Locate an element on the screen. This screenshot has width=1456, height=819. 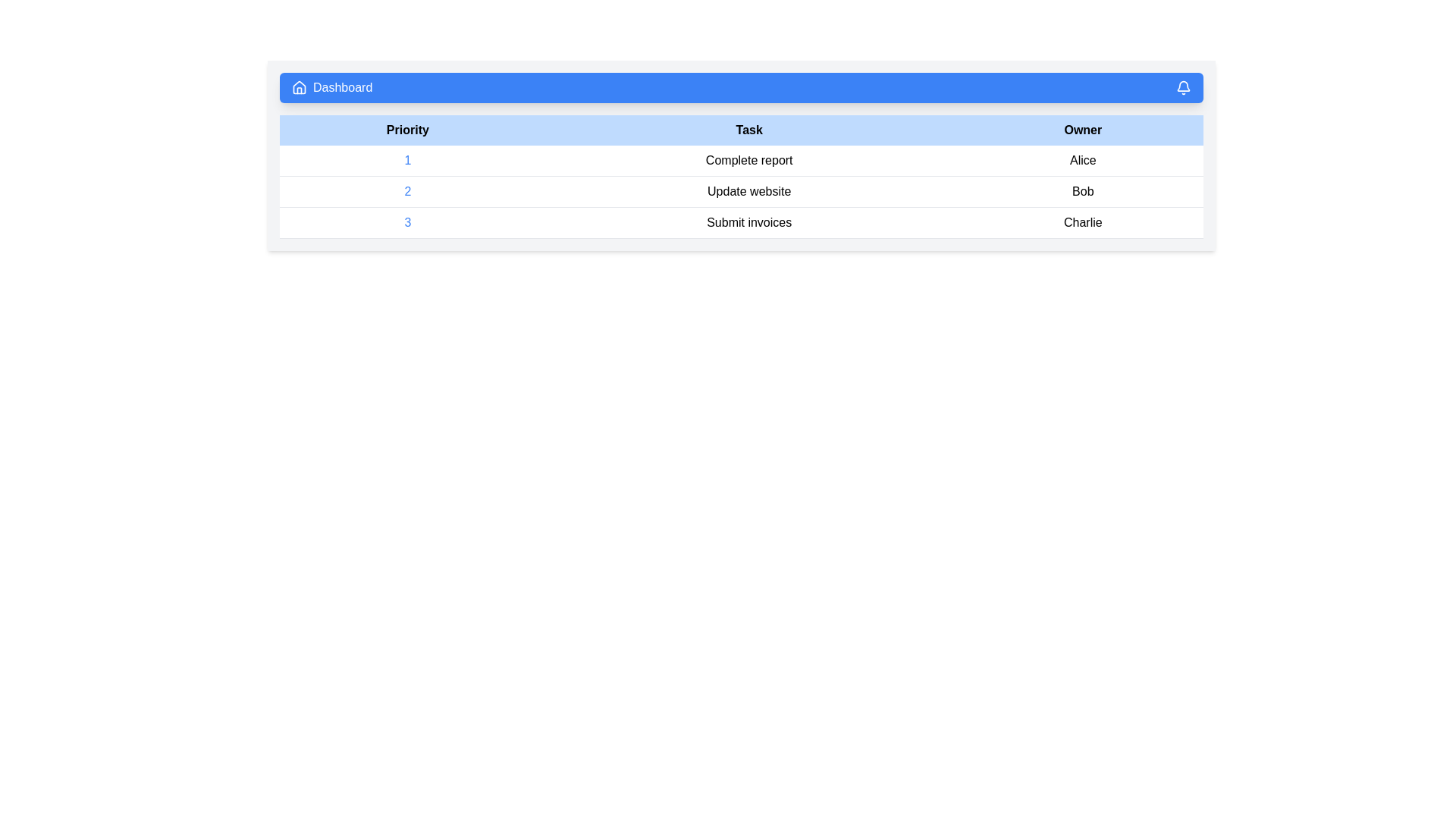
the text label 'Charlie' displayed in black text under the 'Owner' column in the third row of the table is located at coordinates (1082, 222).